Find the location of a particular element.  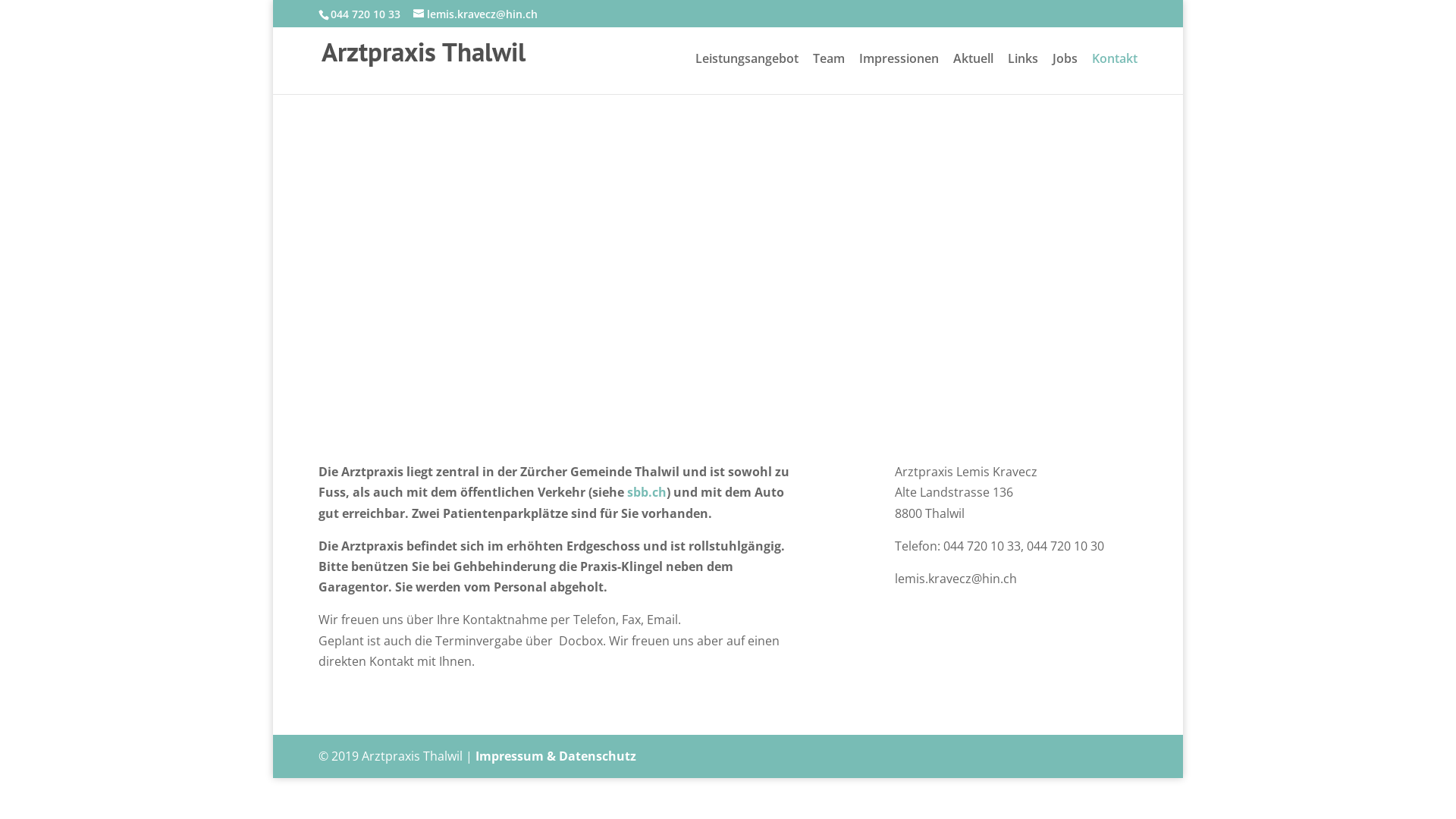

'Impressum & Datenschutz' is located at coordinates (555, 755).